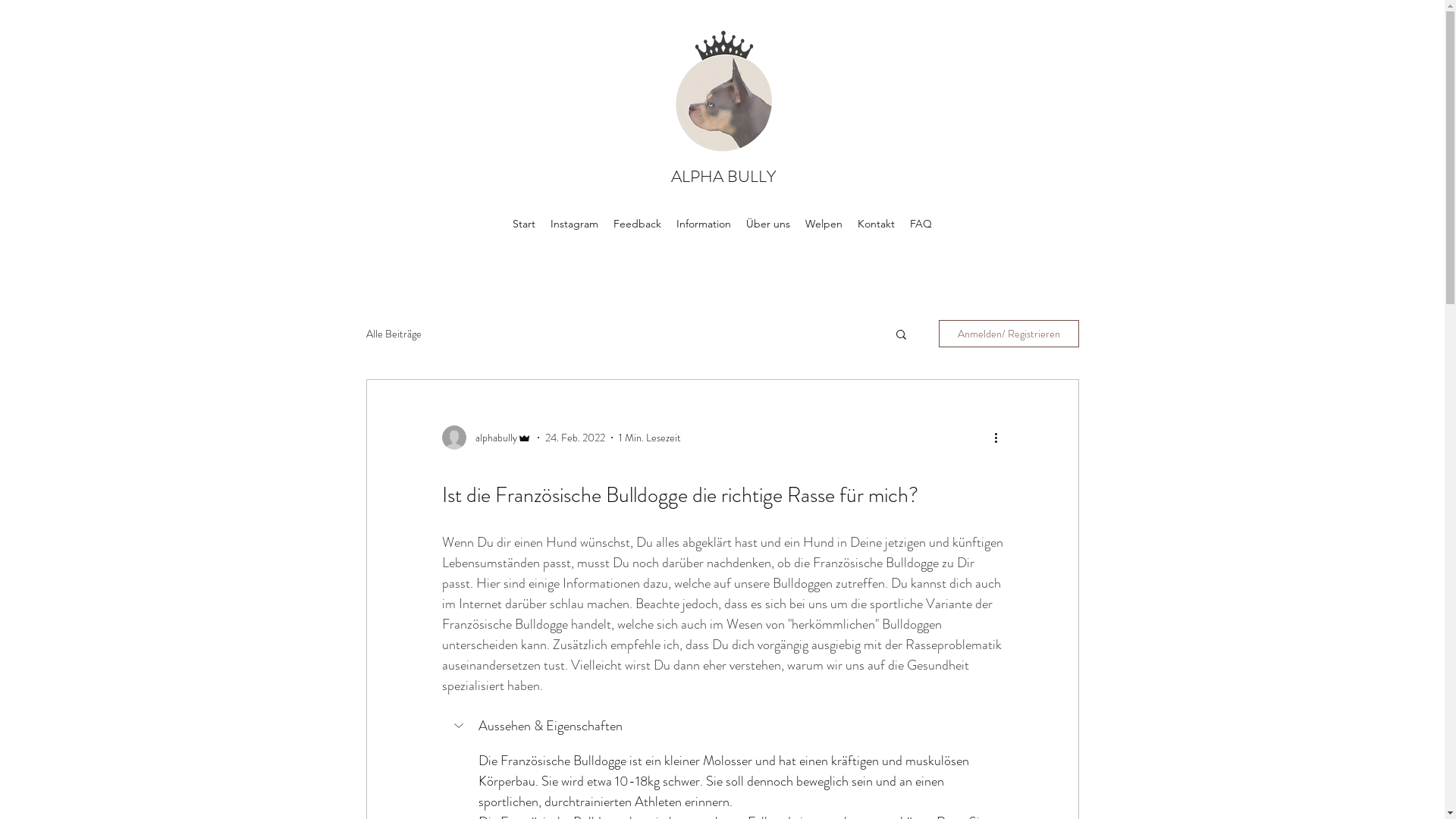 This screenshot has height=819, width=1456. I want to click on 'Kontakt', so click(876, 223).